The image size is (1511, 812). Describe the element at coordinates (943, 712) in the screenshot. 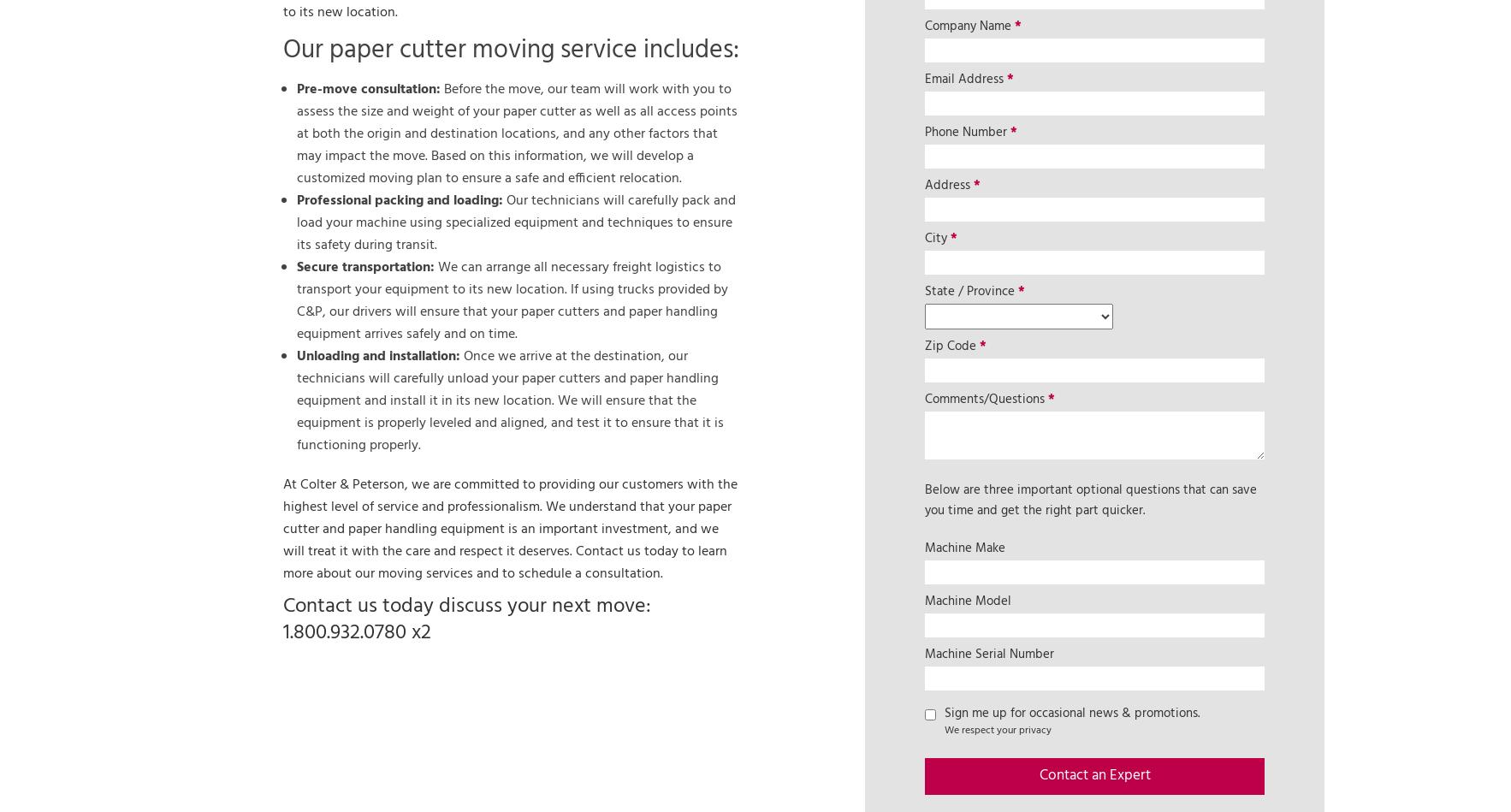

I see `'Sign me up for occasional news & promotions.'` at that location.